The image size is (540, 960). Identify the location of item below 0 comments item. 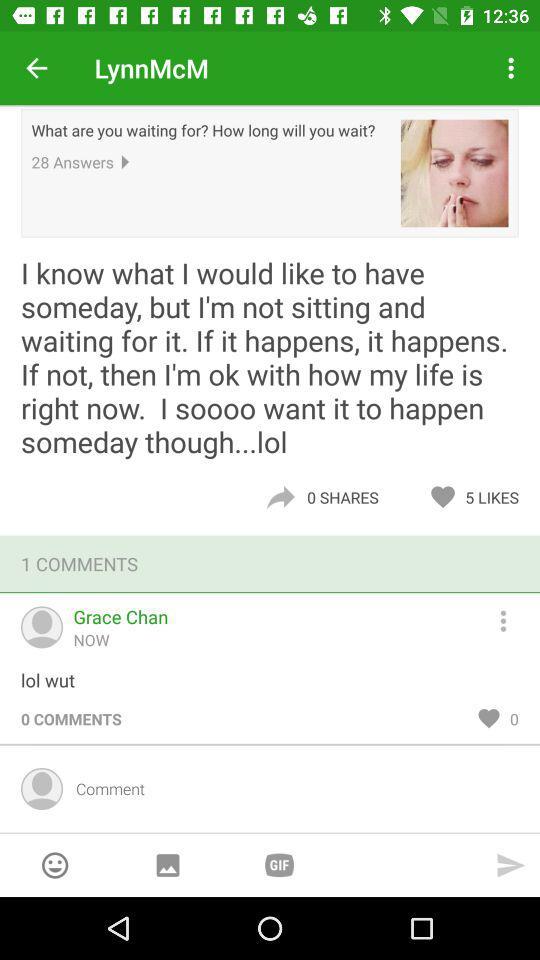
(290, 788).